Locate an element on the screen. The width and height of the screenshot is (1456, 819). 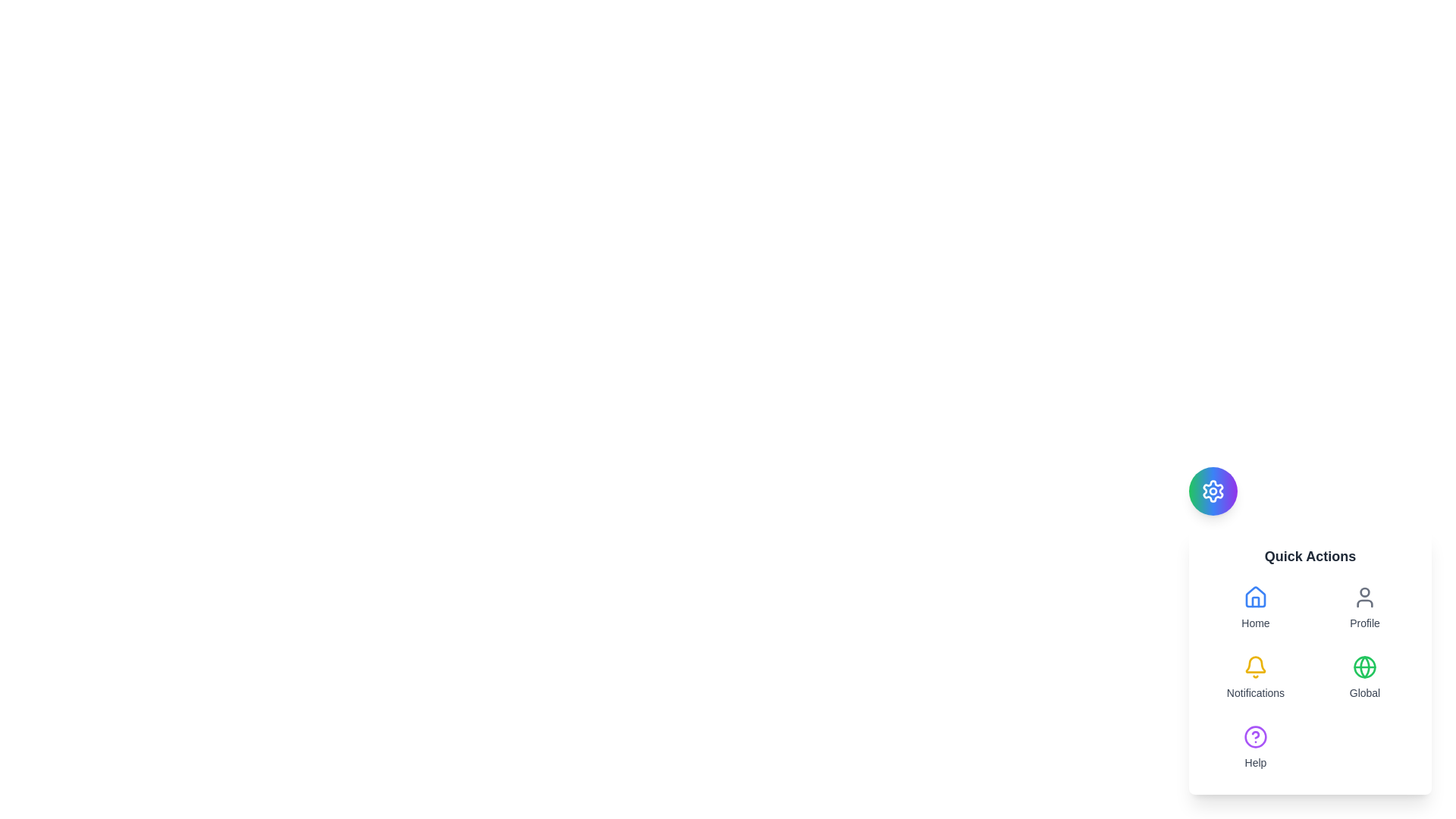
the 'Profile' button, which features a user icon and is located in the 'Quick Actions' section is located at coordinates (1365, 607).